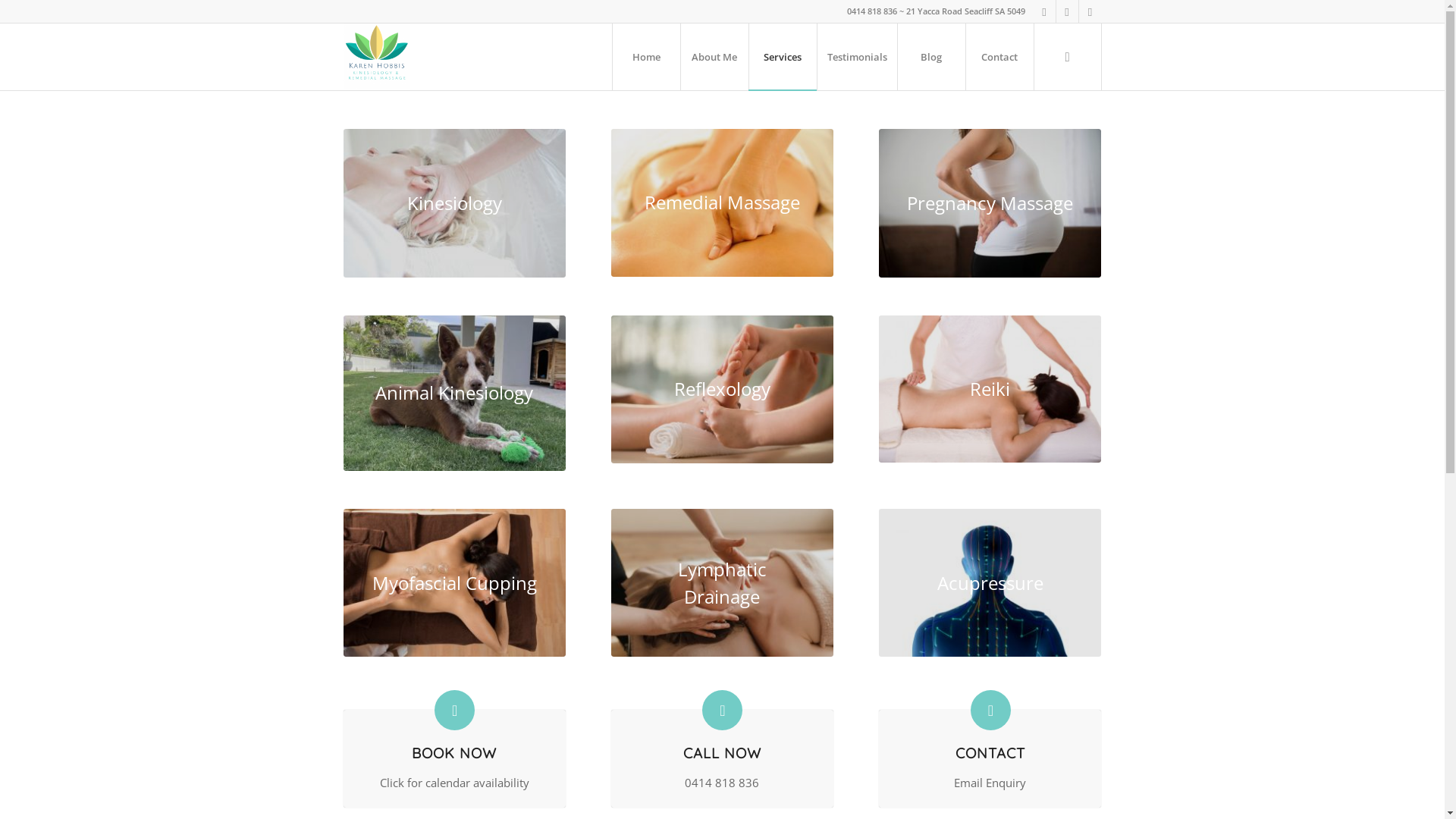 Image resolution: width=1456 pixels, height=819 pixels. Describe the element at coordinates (747, 55) in the screenshot. I see `'Services'` at that location.